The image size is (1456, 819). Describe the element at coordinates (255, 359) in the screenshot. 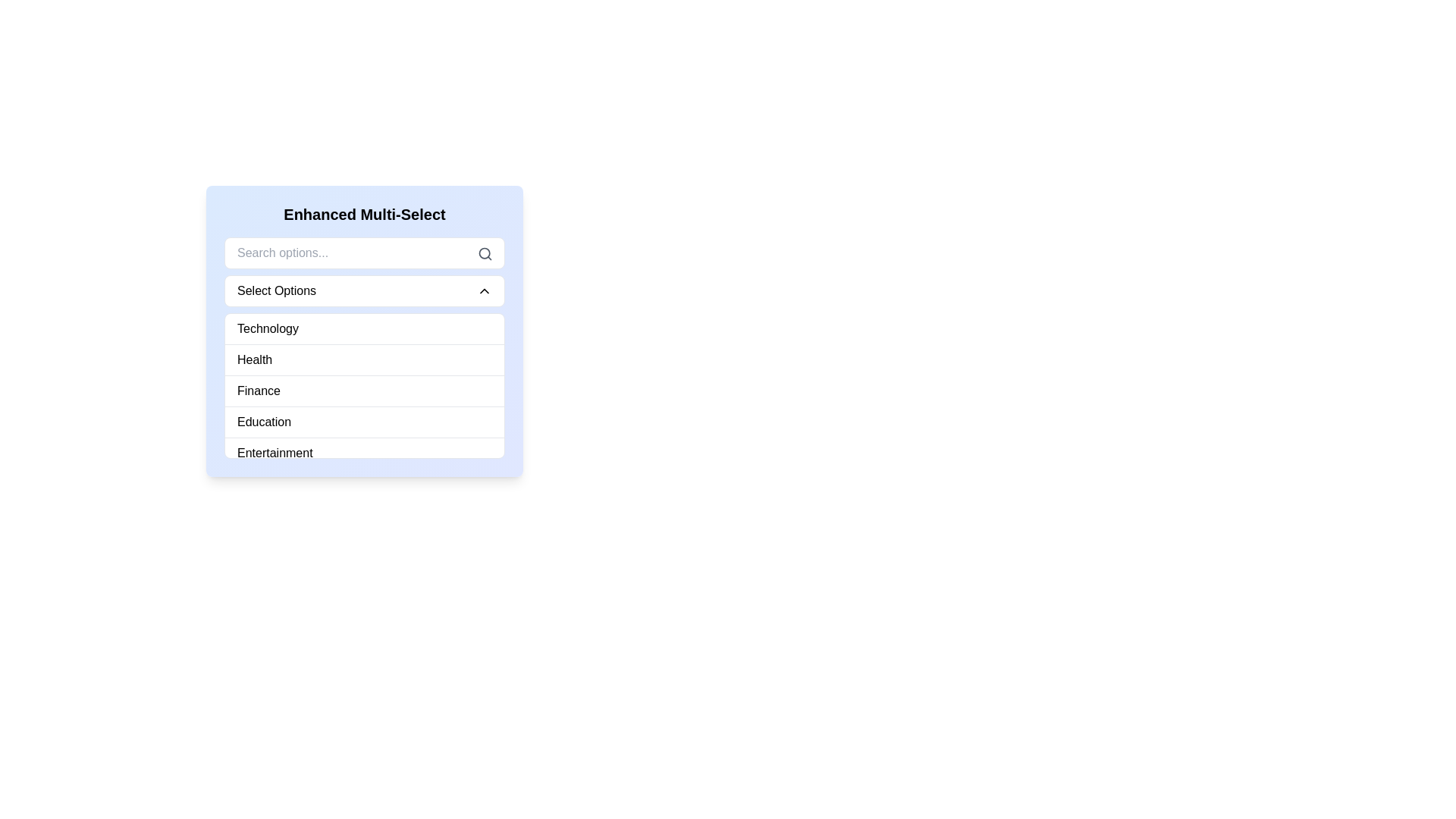

I see `the 'Health' option label inside the selectable dropdown, which is the second item in the dropdown options list of the 'Enhanced Multi-Select' interface` at that location.